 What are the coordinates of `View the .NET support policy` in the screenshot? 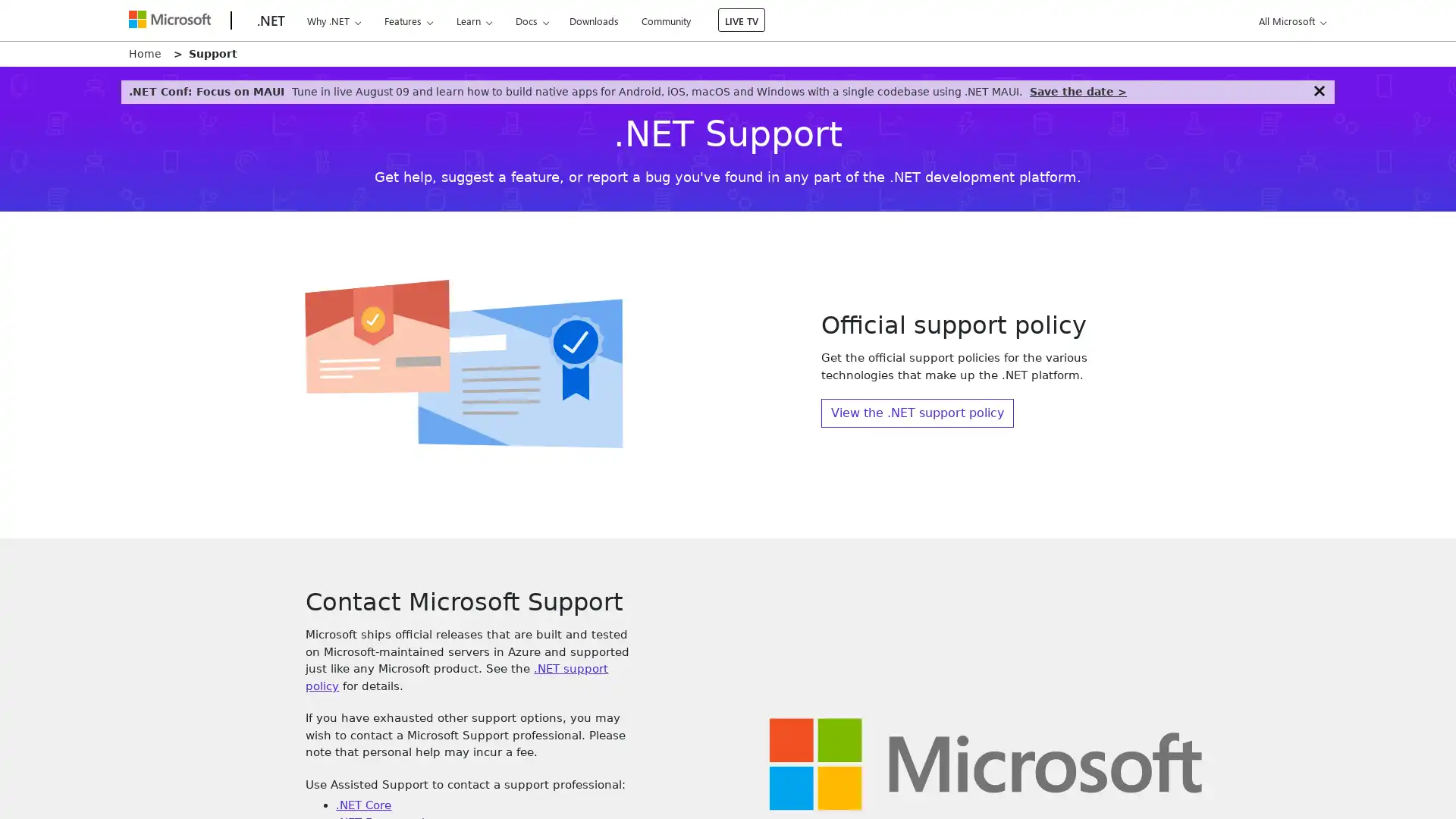 It's located at (916, 413).